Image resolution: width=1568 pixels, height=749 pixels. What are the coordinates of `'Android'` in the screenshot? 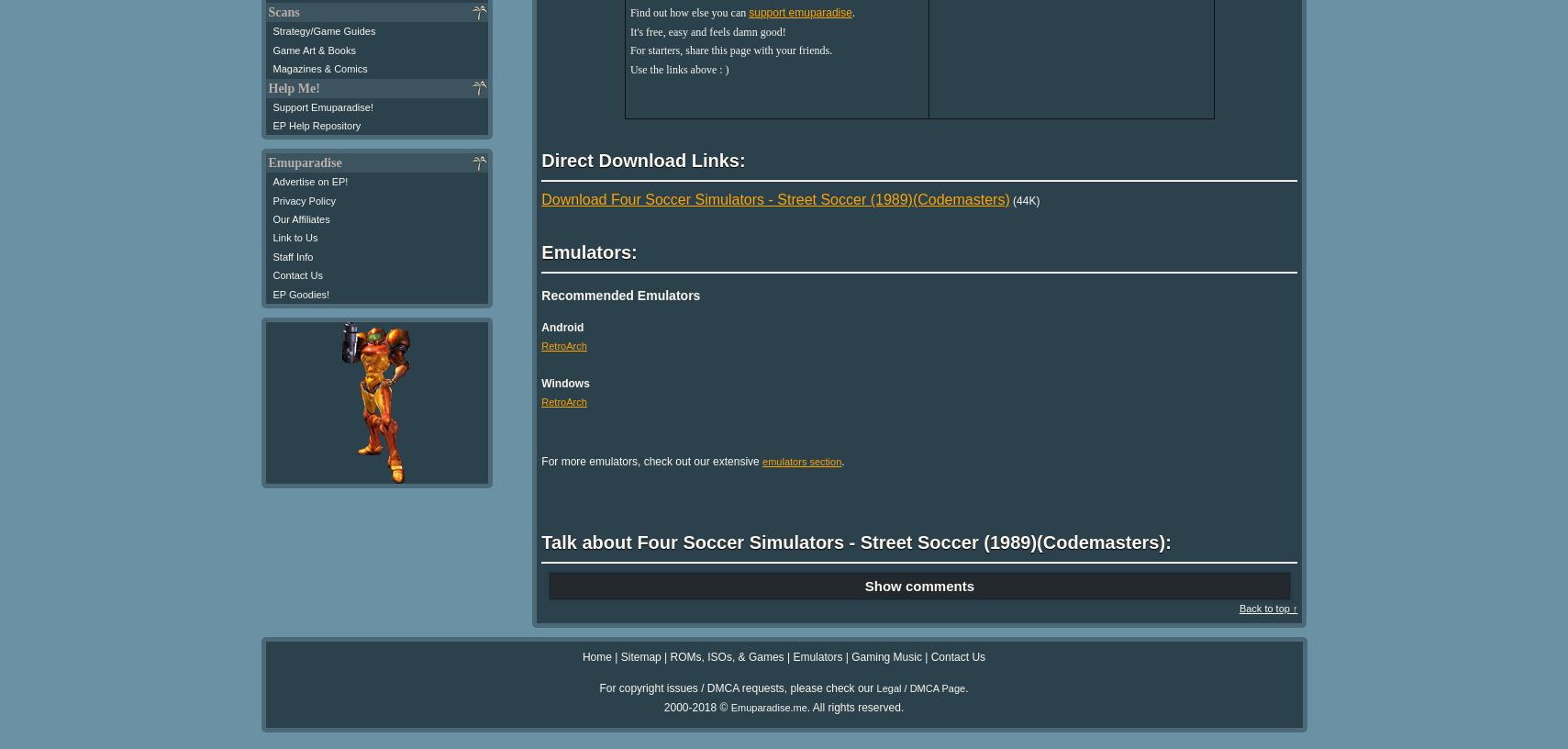 It's located at (562, 327).